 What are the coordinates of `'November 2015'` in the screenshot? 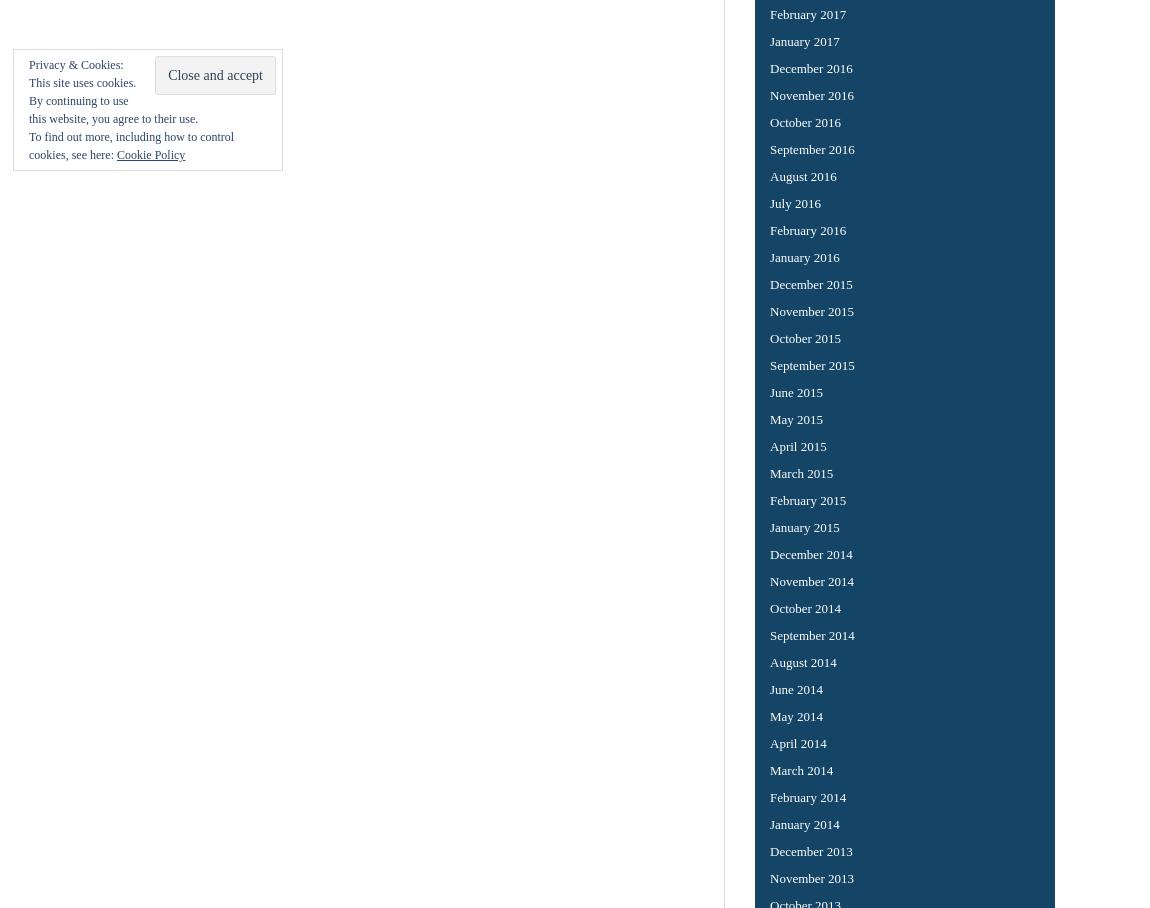 It's located at (811, 309).